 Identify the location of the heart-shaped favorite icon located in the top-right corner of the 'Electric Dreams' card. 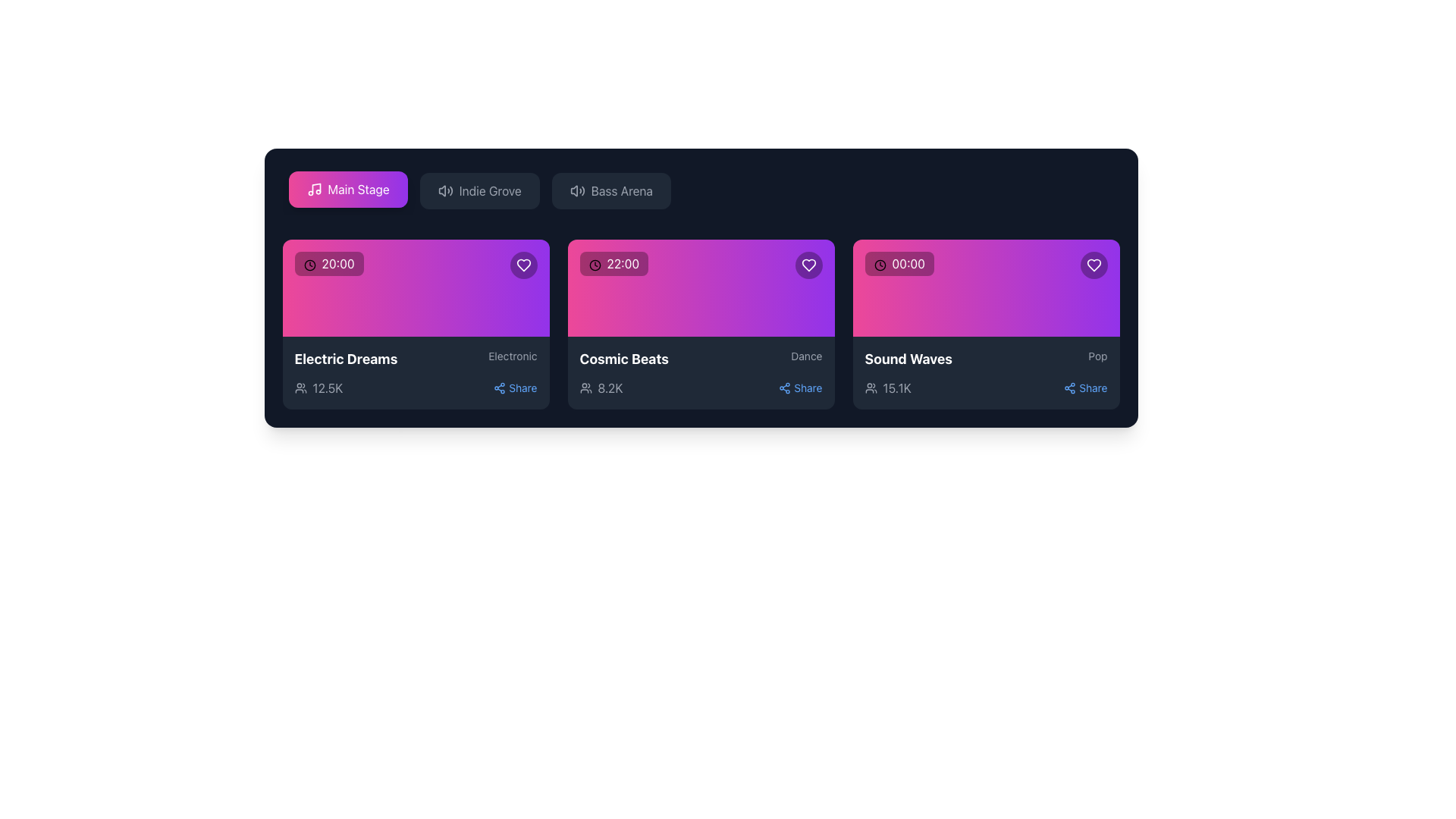
(523, 265).